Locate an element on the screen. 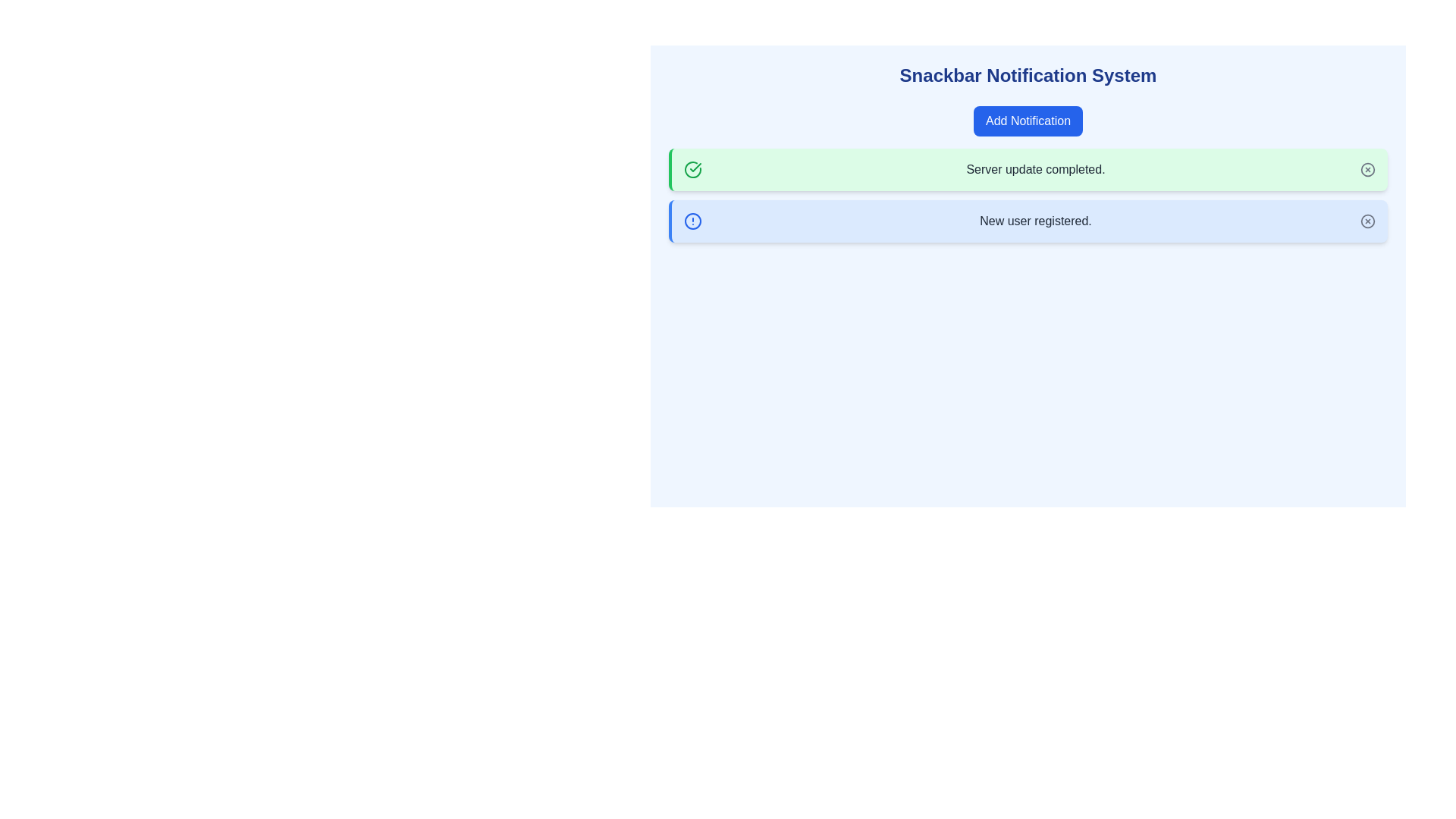 This screenshot has width=1456, height=819. the close button of the notification labeled 'Server update completed.' is located at coordinates (1368, 169).